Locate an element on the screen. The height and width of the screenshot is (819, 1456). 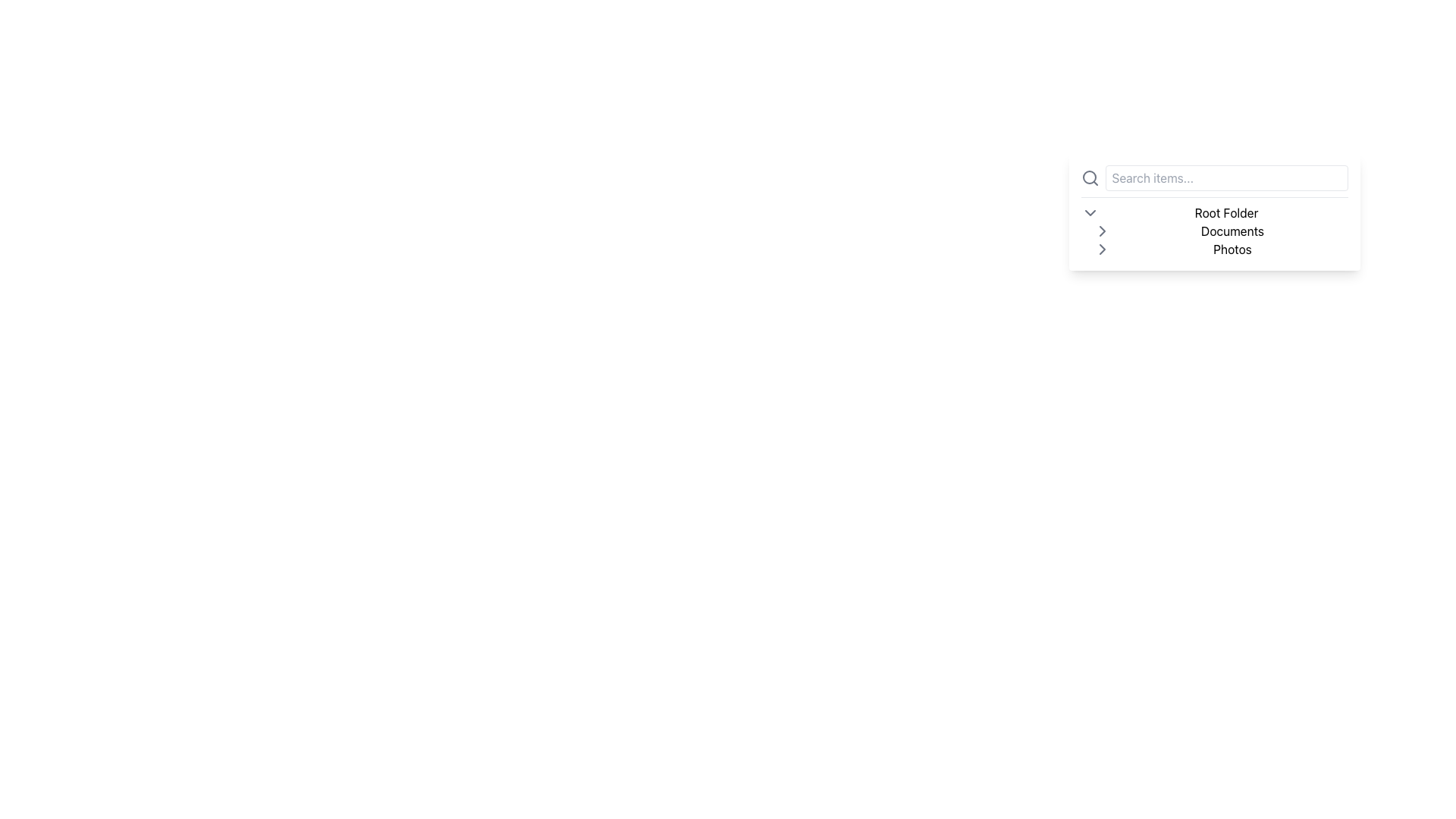
the Chevron Icon located to the left of the 'Photos' text is located at coordinates (1102, 248).